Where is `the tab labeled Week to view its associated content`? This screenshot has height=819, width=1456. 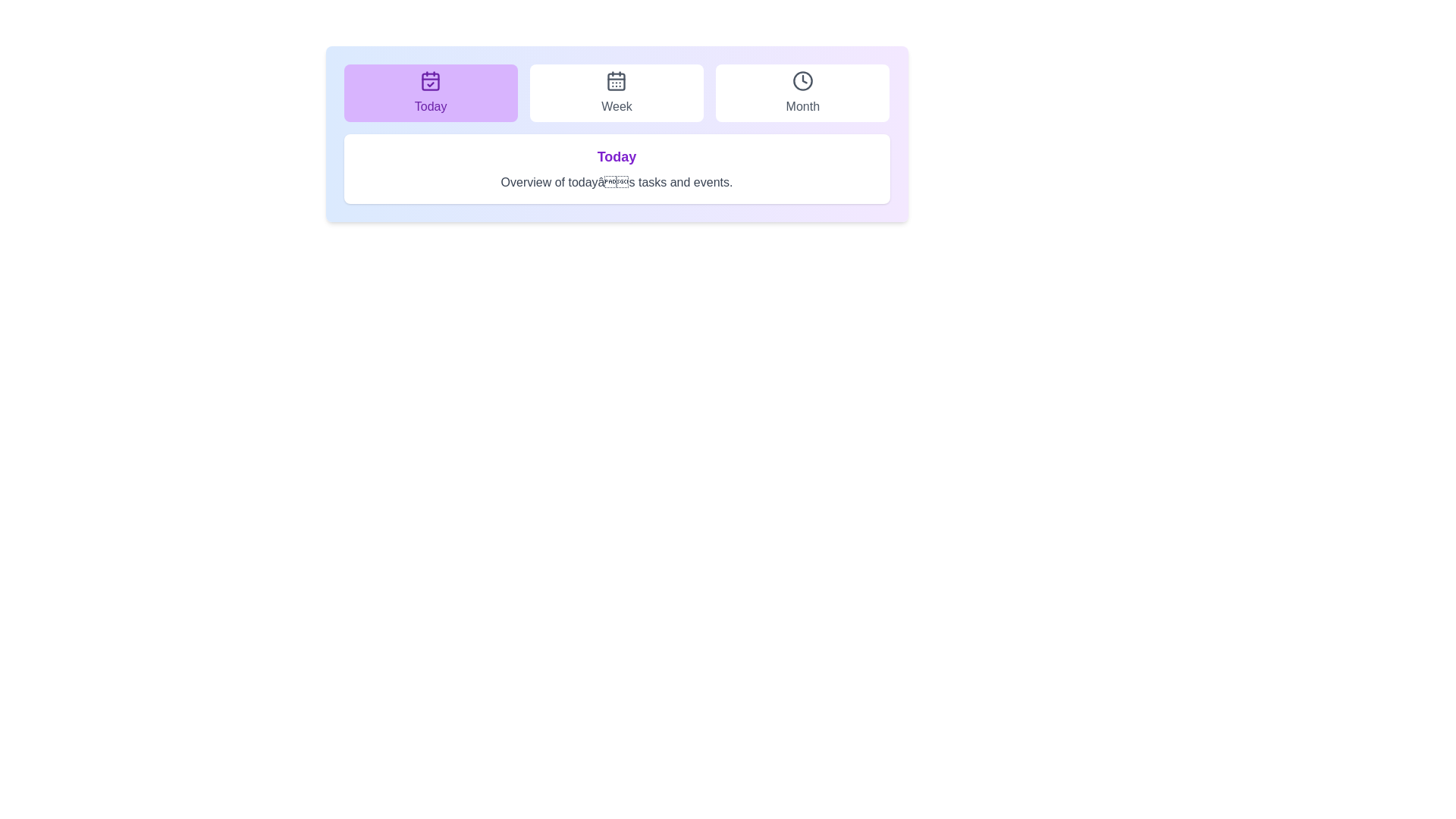 the tab labeled Week to view its associated content is located at coordinates (617, 93).